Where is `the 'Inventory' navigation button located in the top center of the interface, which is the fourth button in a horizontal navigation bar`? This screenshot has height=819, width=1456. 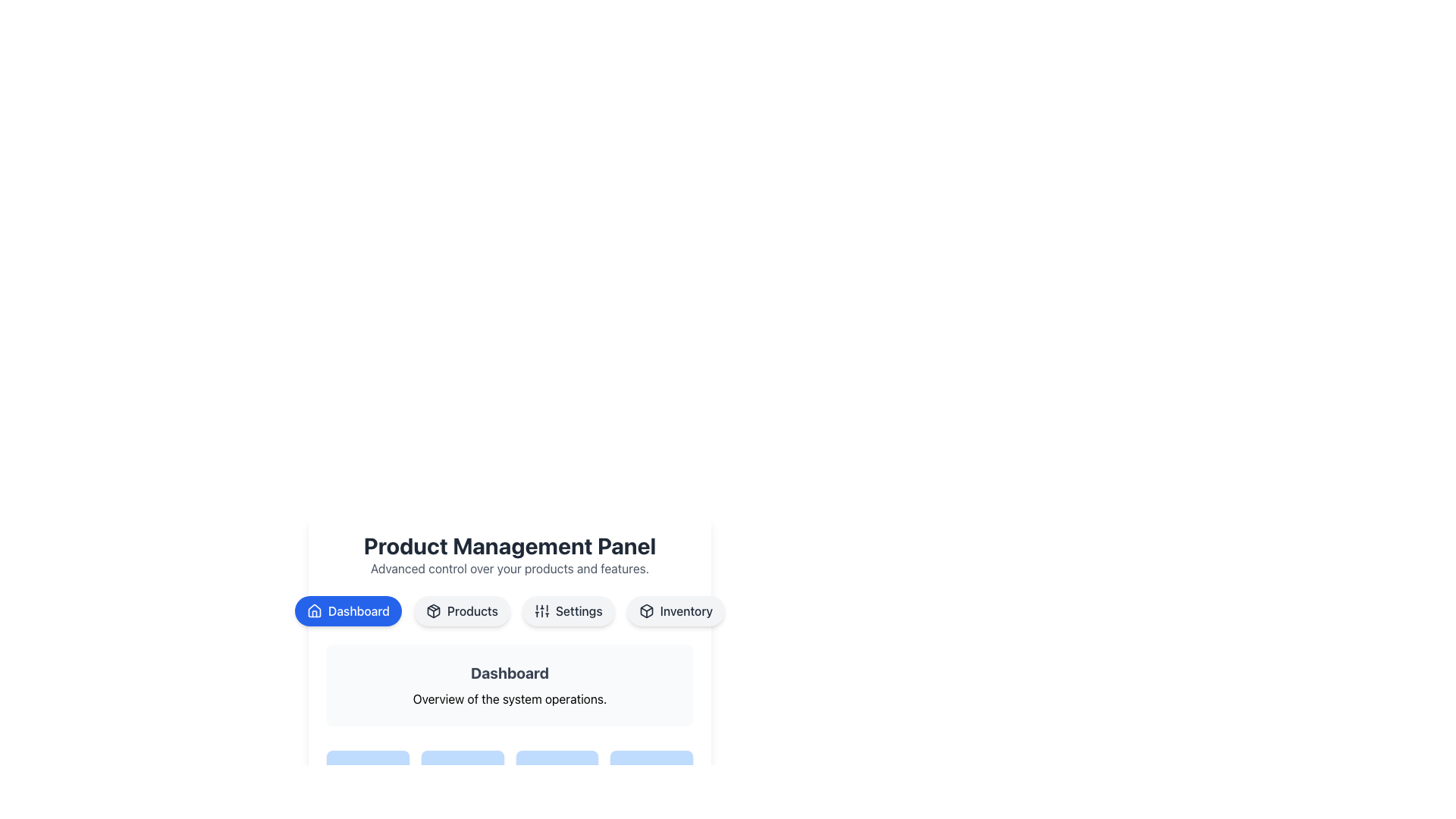
the 'Inventory' navigation button located in the top center of the interface, which is the fourth button in a horizontal navigation bar is located at coordinates (675, 610).